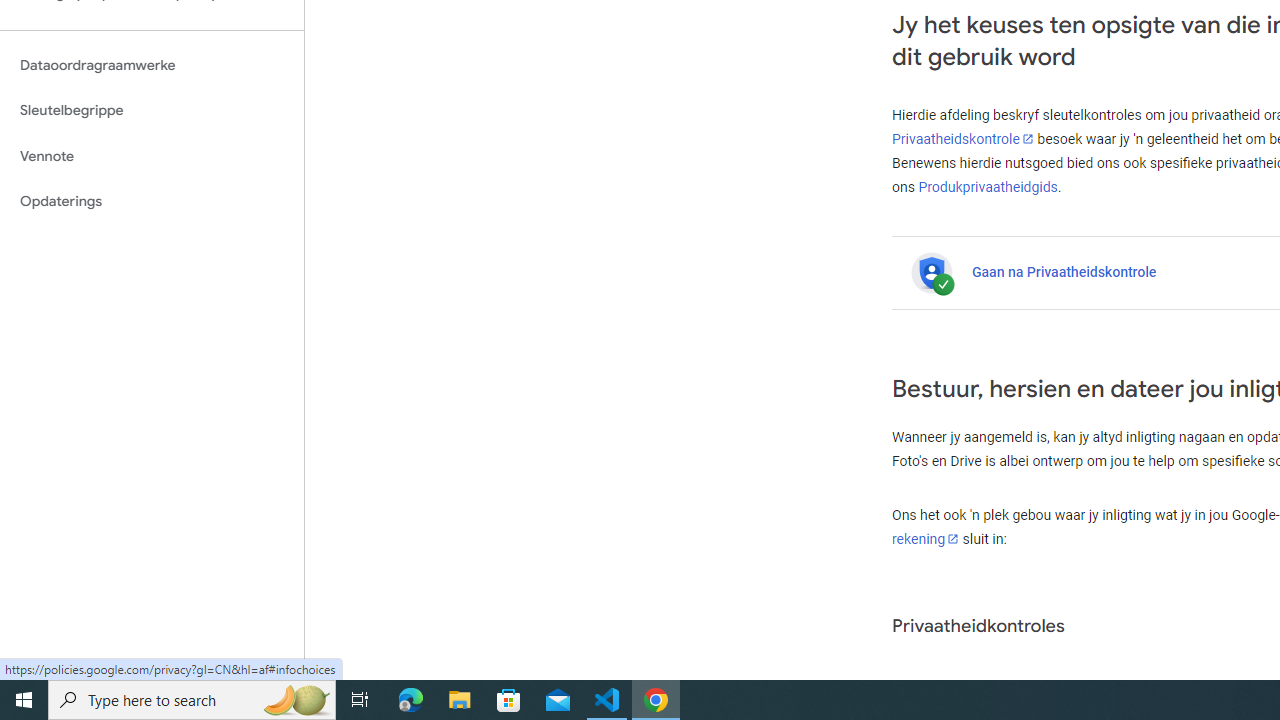 The image size is (1280, 720). Describe the element at coordinates (151, 201) in the screenshot. I see `'Opdaterings'` at that location.